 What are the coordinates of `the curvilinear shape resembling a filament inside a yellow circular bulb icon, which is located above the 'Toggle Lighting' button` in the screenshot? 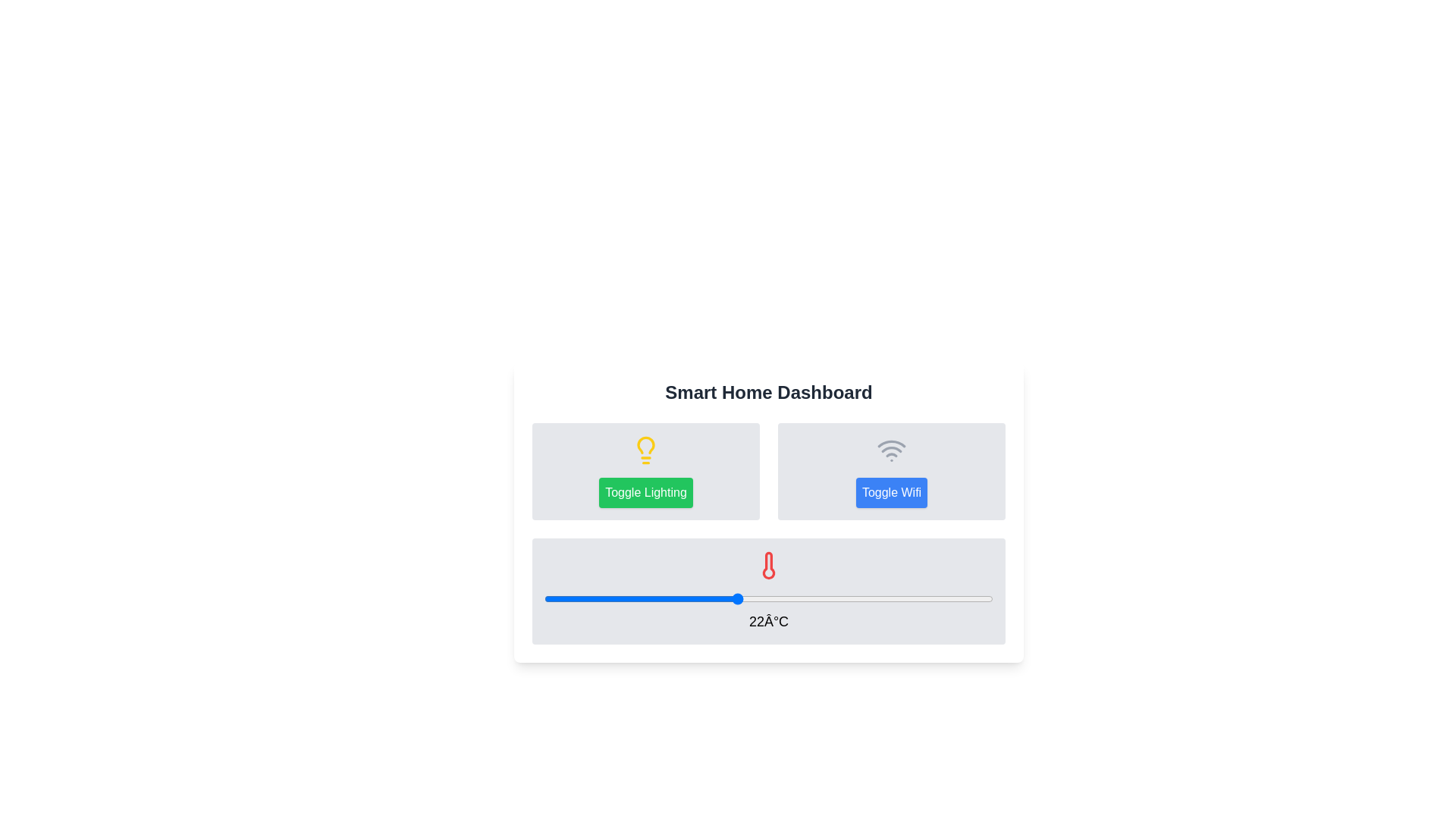 It's located at (645, 444).